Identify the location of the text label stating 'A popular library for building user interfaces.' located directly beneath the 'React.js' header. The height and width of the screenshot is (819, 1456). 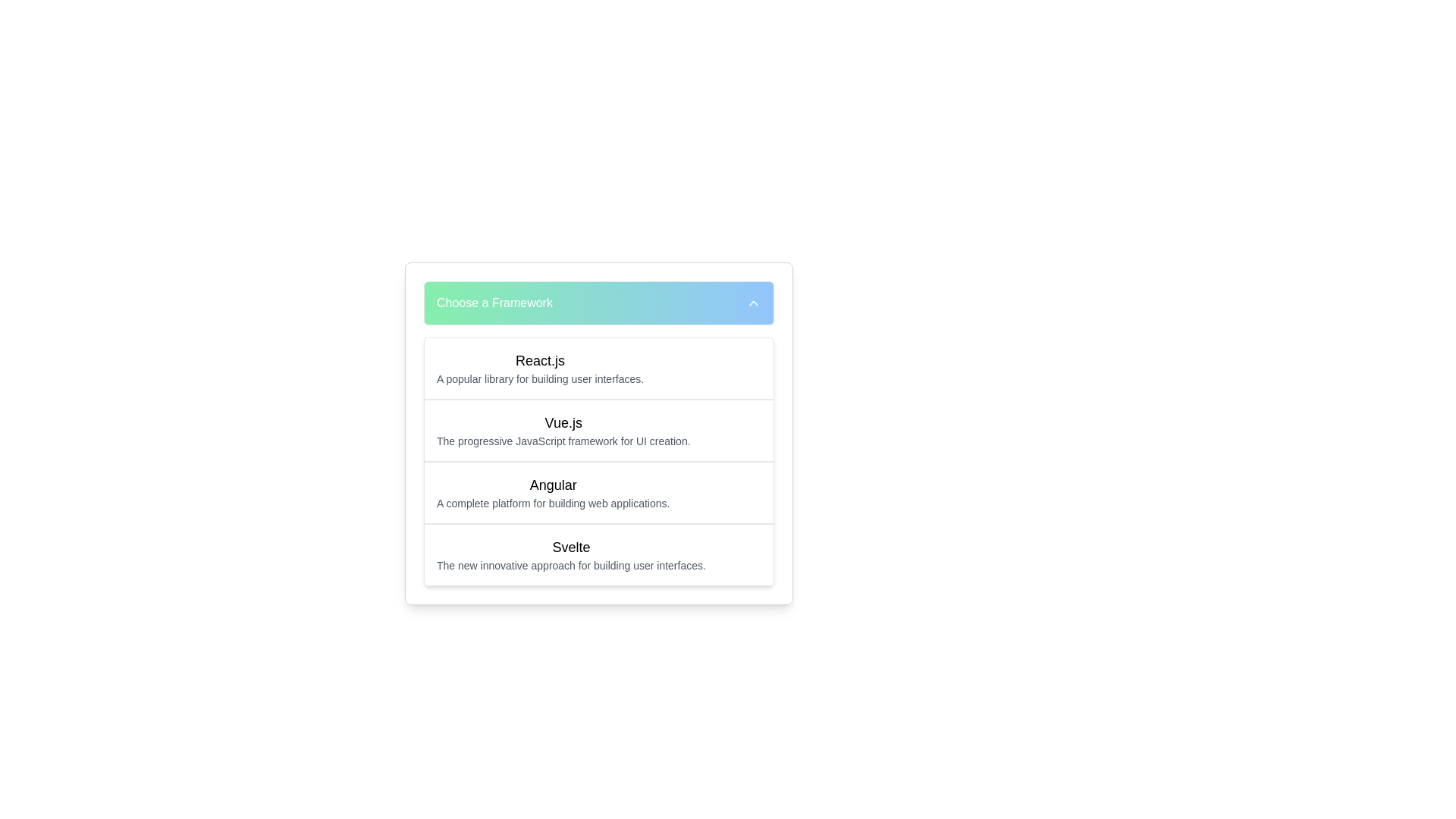
(540, 378).